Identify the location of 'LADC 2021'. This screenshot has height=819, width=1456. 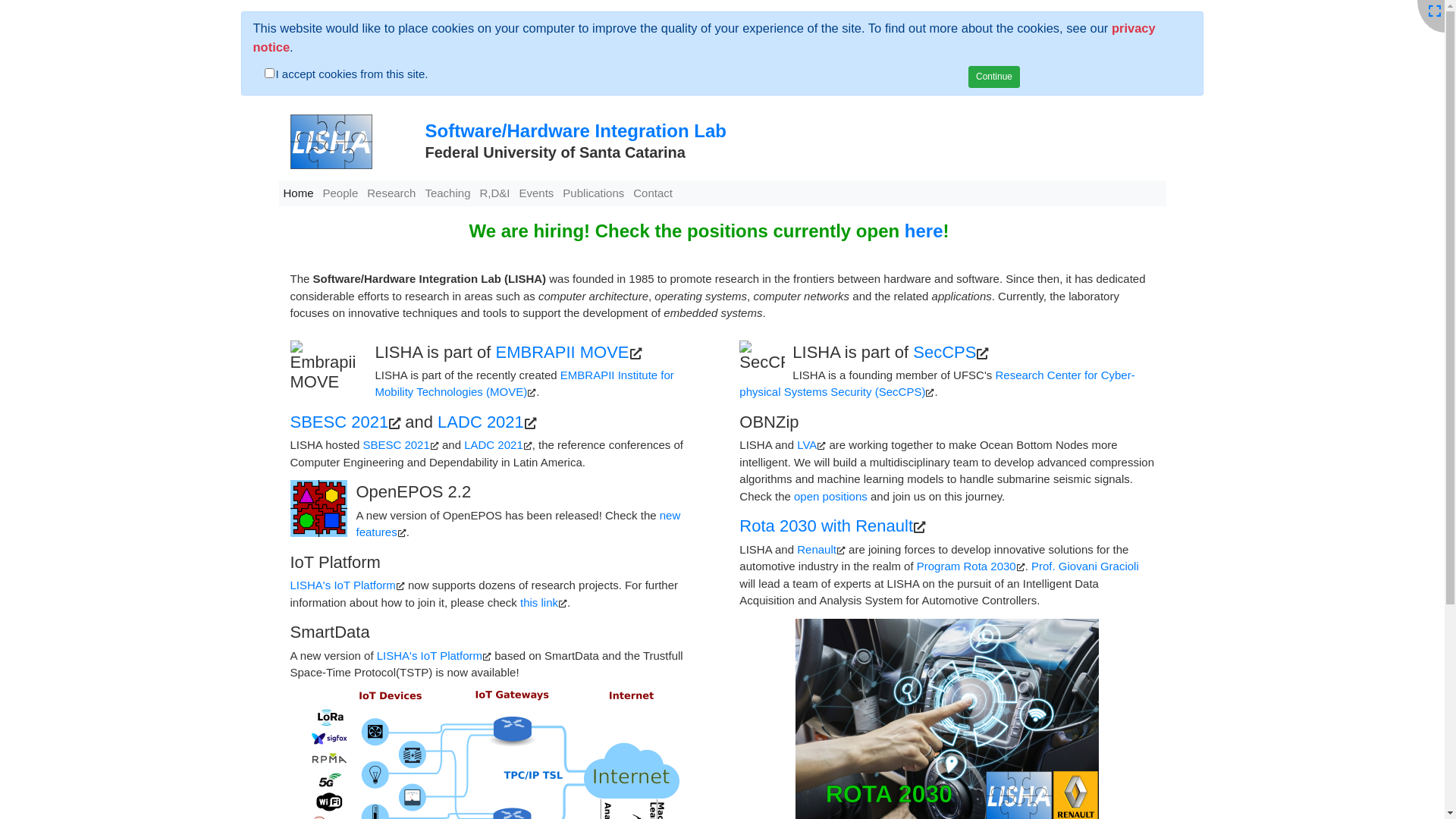
(494, 444).